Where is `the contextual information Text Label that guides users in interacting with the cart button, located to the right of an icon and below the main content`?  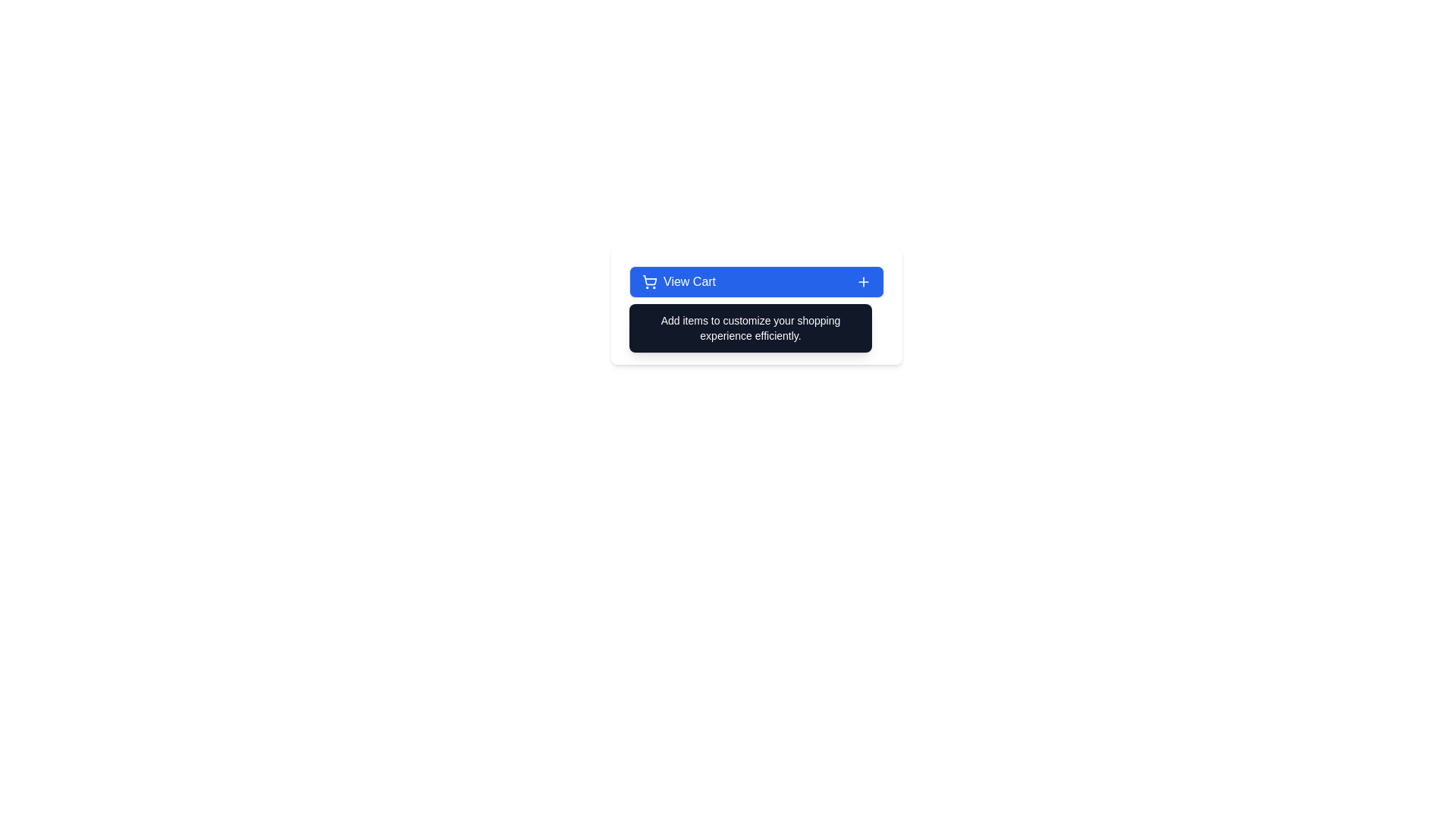
the contextual information Text Label that guides users in interacting with the cart button, located to the right of an icon and below the main content is located at coordinates (767, 330).